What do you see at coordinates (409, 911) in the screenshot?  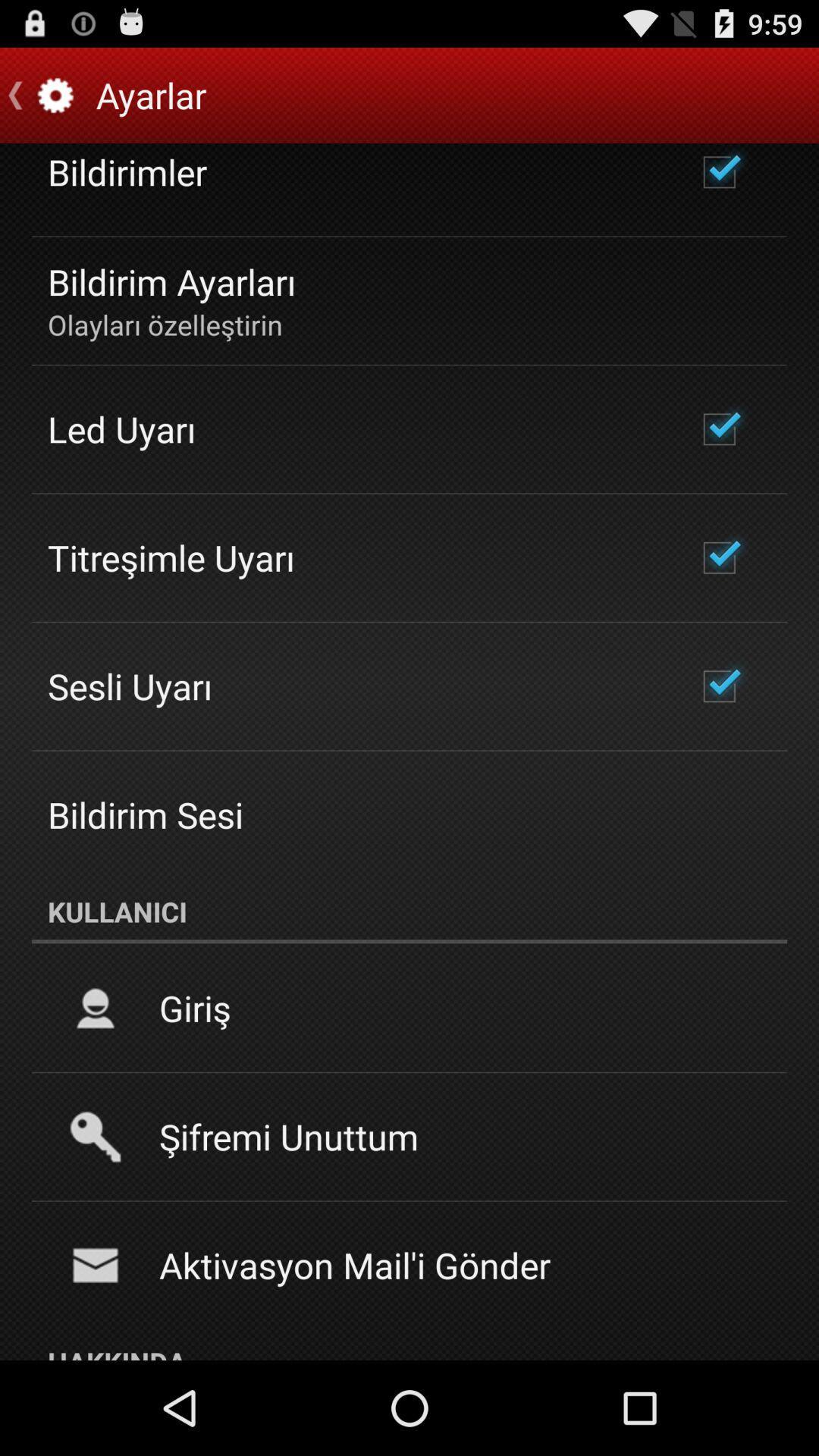 I see `the kullanici item` at bounding box center [409, 911].